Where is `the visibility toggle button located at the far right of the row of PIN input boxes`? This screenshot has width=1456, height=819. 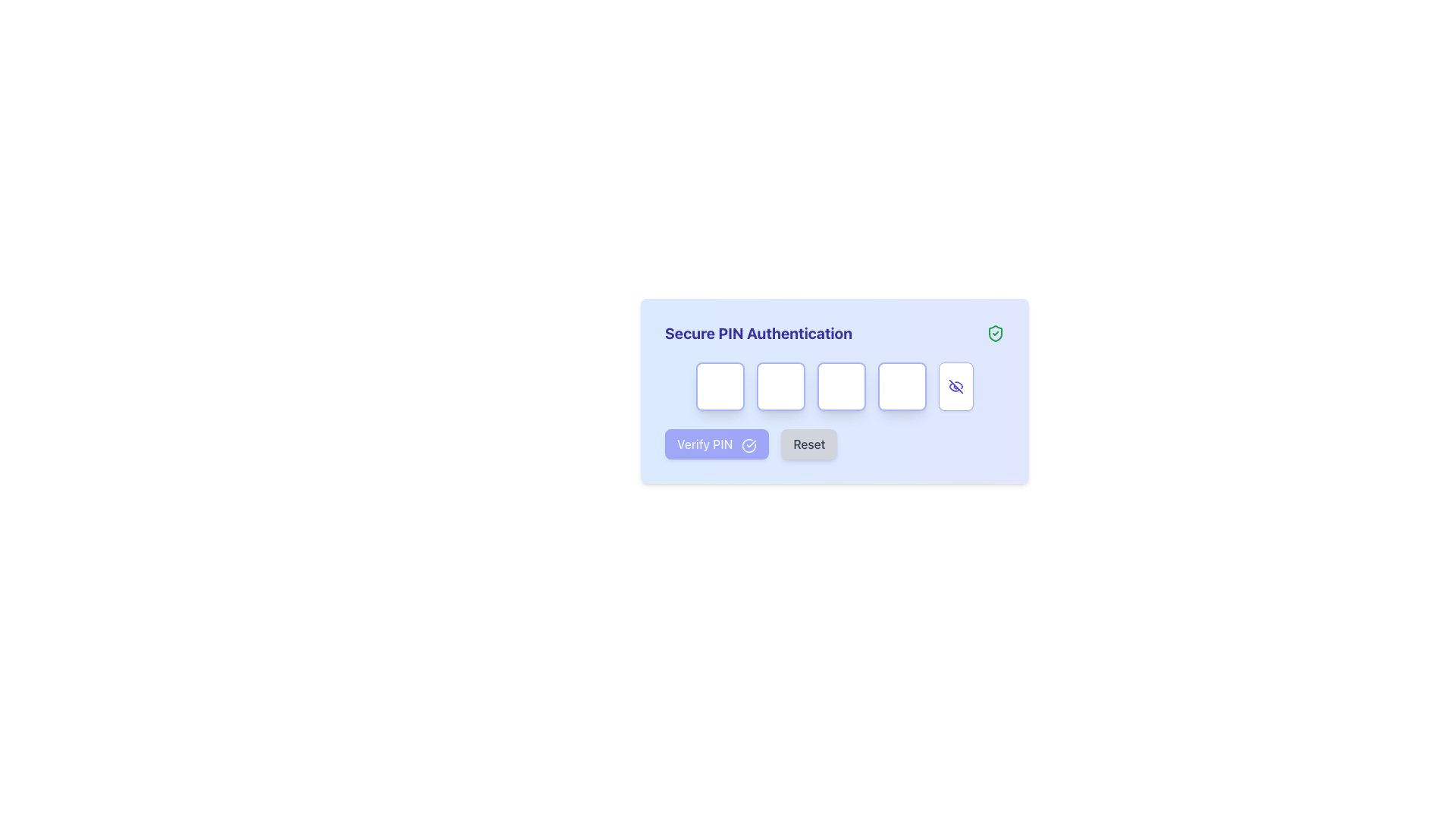 the visibility toggle button located at the far right of the row of PIN input boxes is located at coordinates (955, 385).